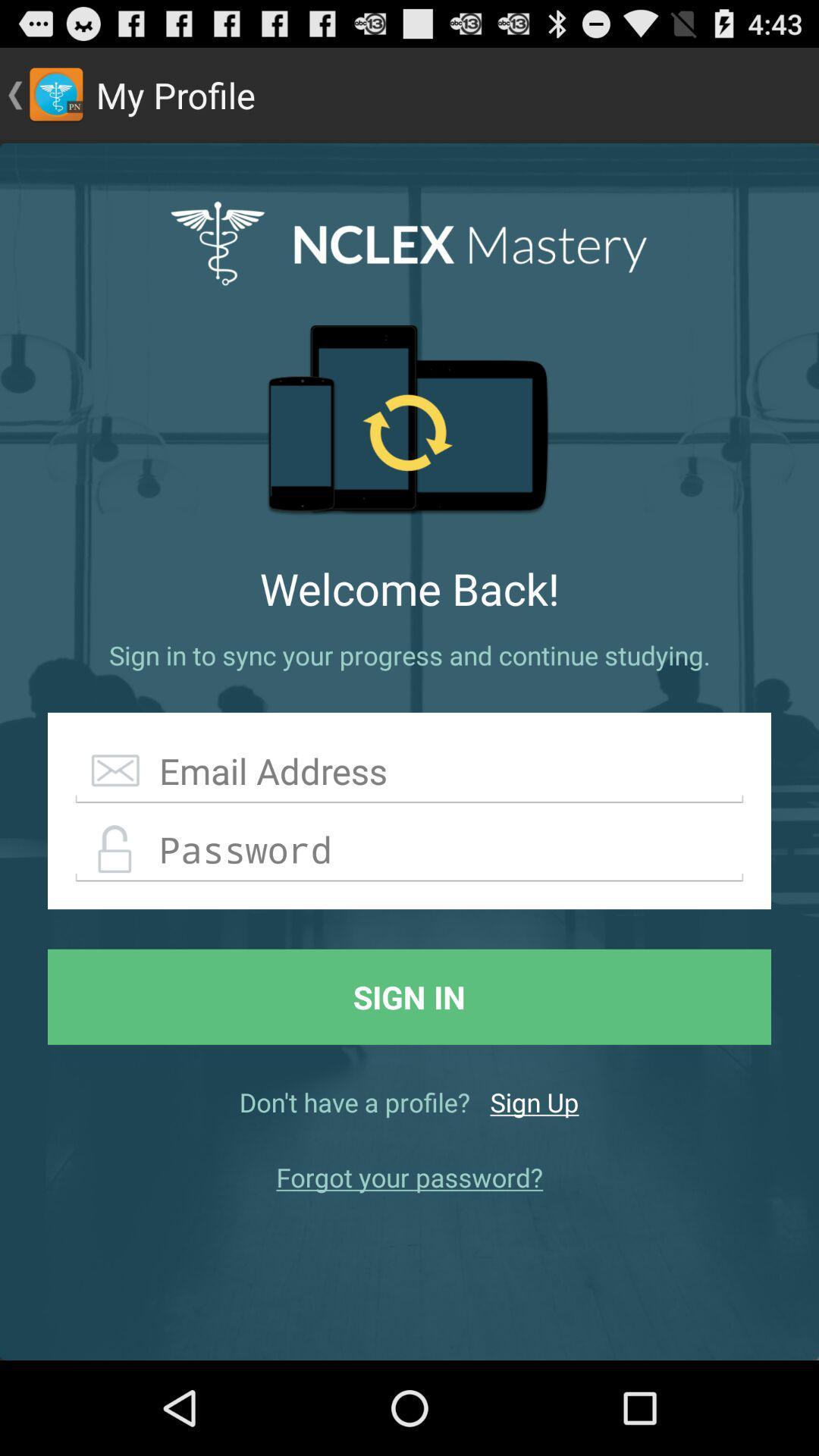 This screenshot has height=1456, width=819. I want to click on the app to the right of the don t have, so click(534, 1102).